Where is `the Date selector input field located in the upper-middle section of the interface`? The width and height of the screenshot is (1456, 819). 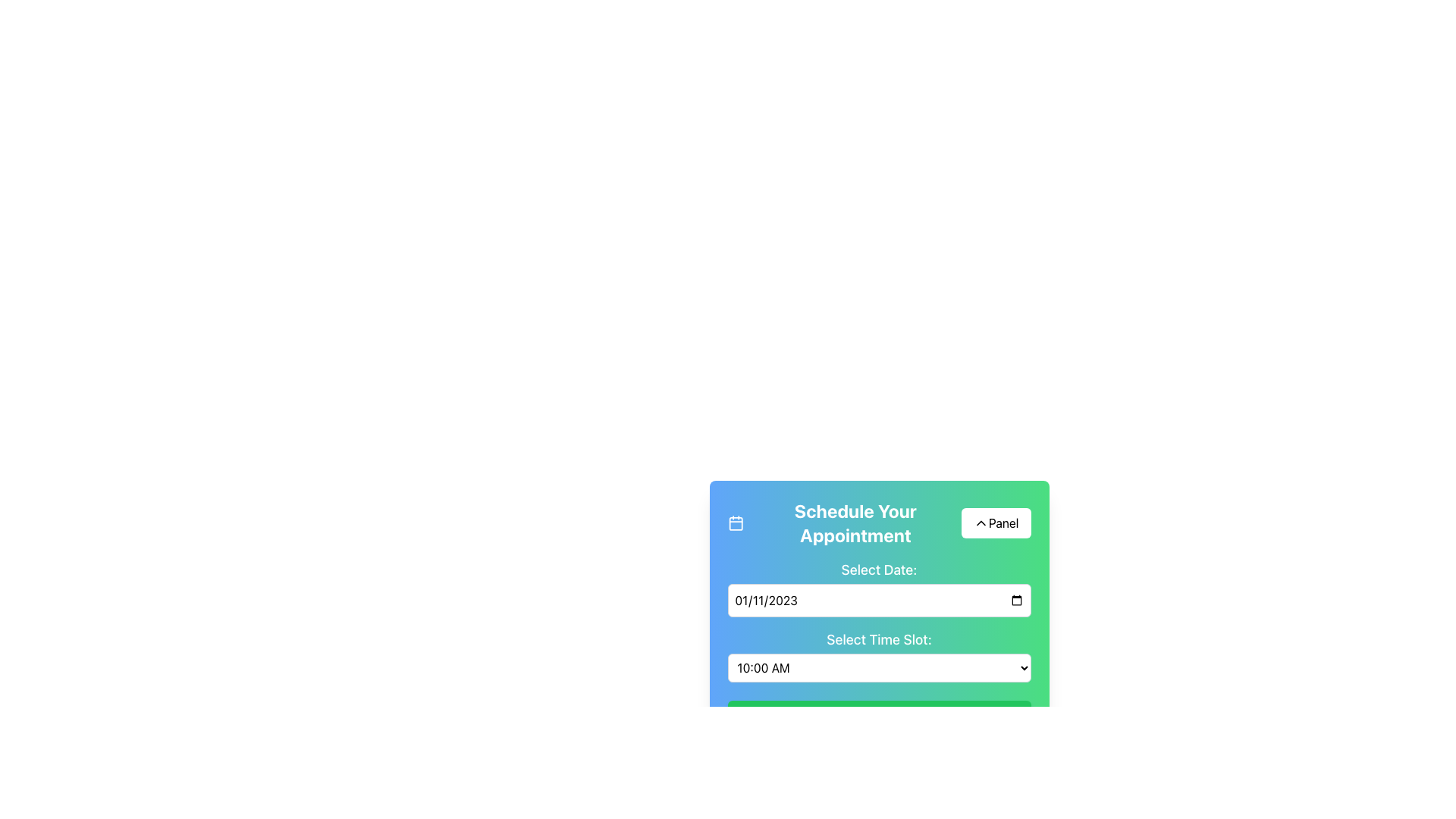
the Date selector input field located in the upper-middle section of the interface is located at coordinates (879, 587).